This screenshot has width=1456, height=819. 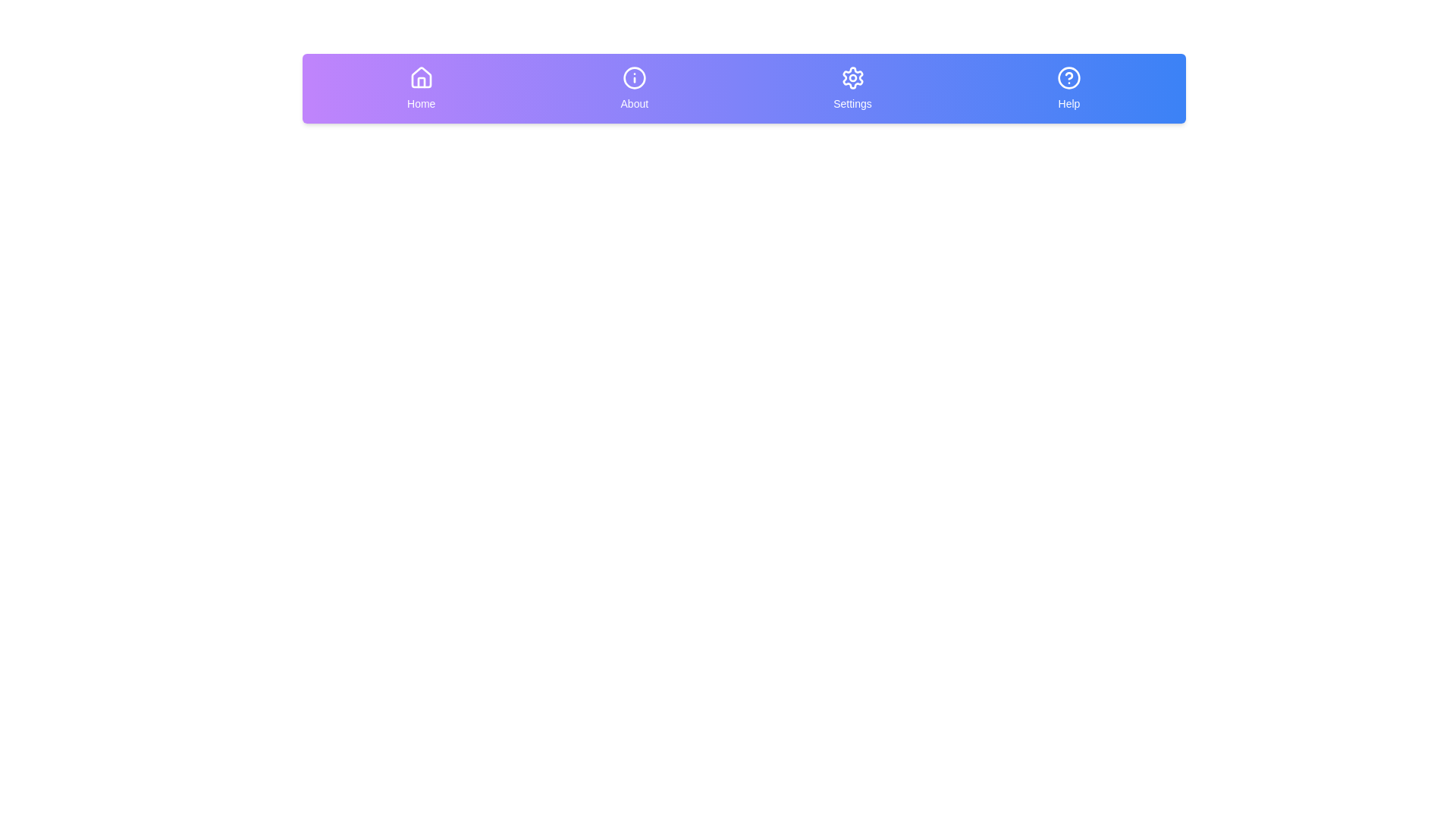 What do you see at coordinates (852, 88) in the screenshot?
I see `the settings navigation button located third from the left in the horizontal navigation bar` at bounding box center [852, 88].